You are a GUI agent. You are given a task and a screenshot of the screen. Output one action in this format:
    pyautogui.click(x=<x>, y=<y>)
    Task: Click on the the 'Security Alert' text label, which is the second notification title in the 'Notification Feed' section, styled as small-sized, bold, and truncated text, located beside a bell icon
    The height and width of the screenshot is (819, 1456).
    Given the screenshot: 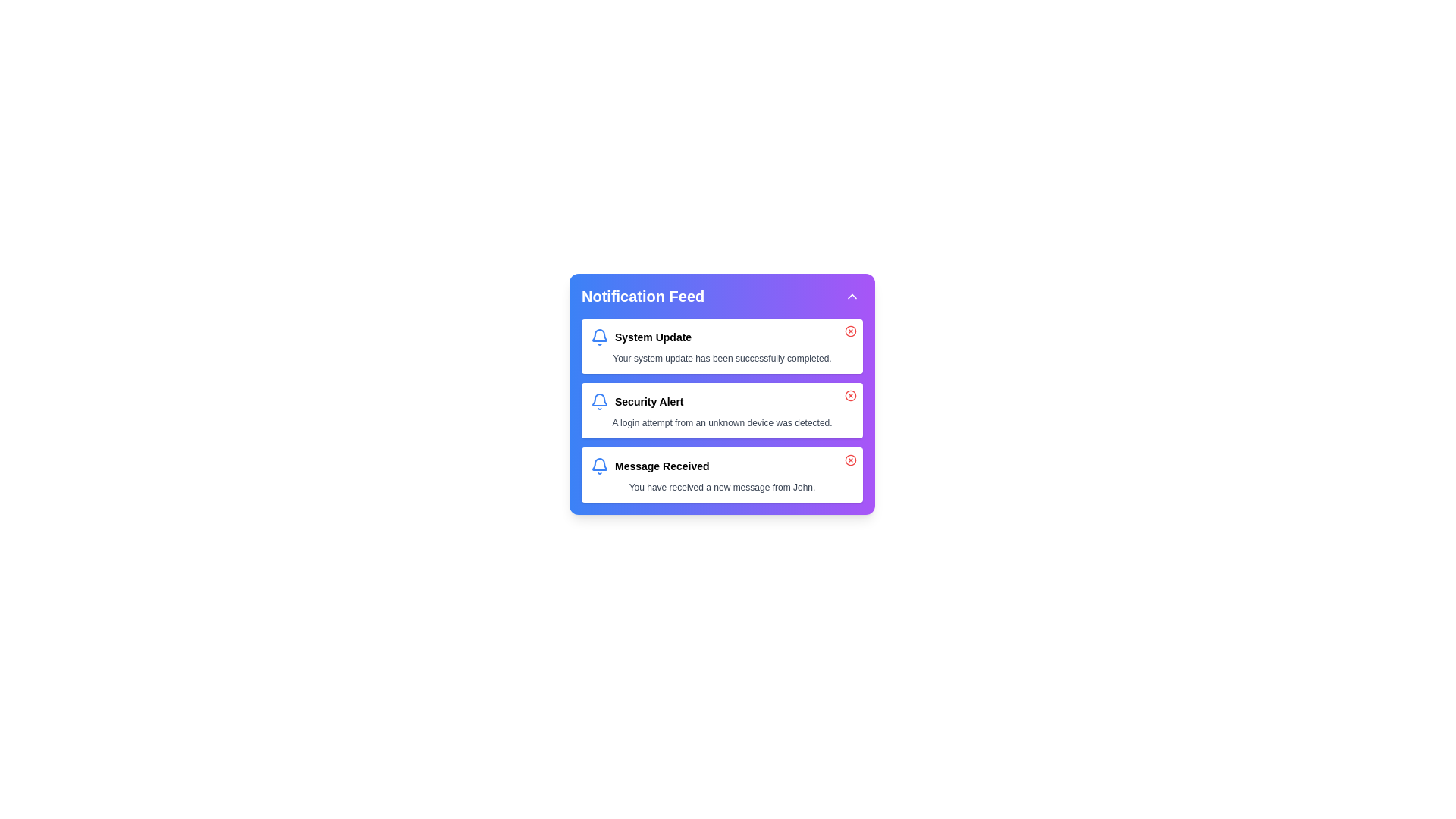 What is the action you would take?
    pyautogui.click(x=648, y=400)
    